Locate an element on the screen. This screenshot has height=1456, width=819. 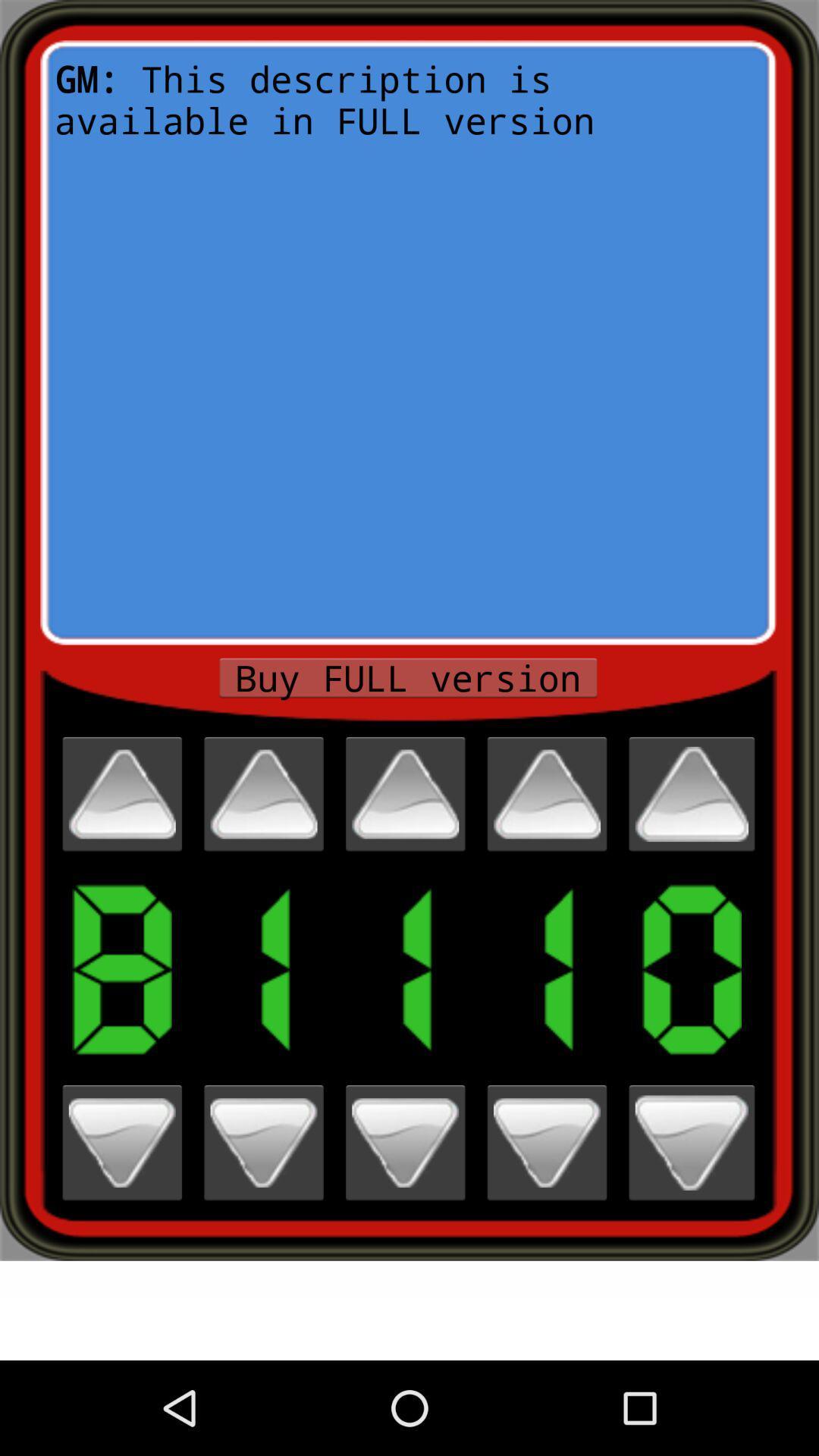
icon at the top is located at coordinates (407, 341).